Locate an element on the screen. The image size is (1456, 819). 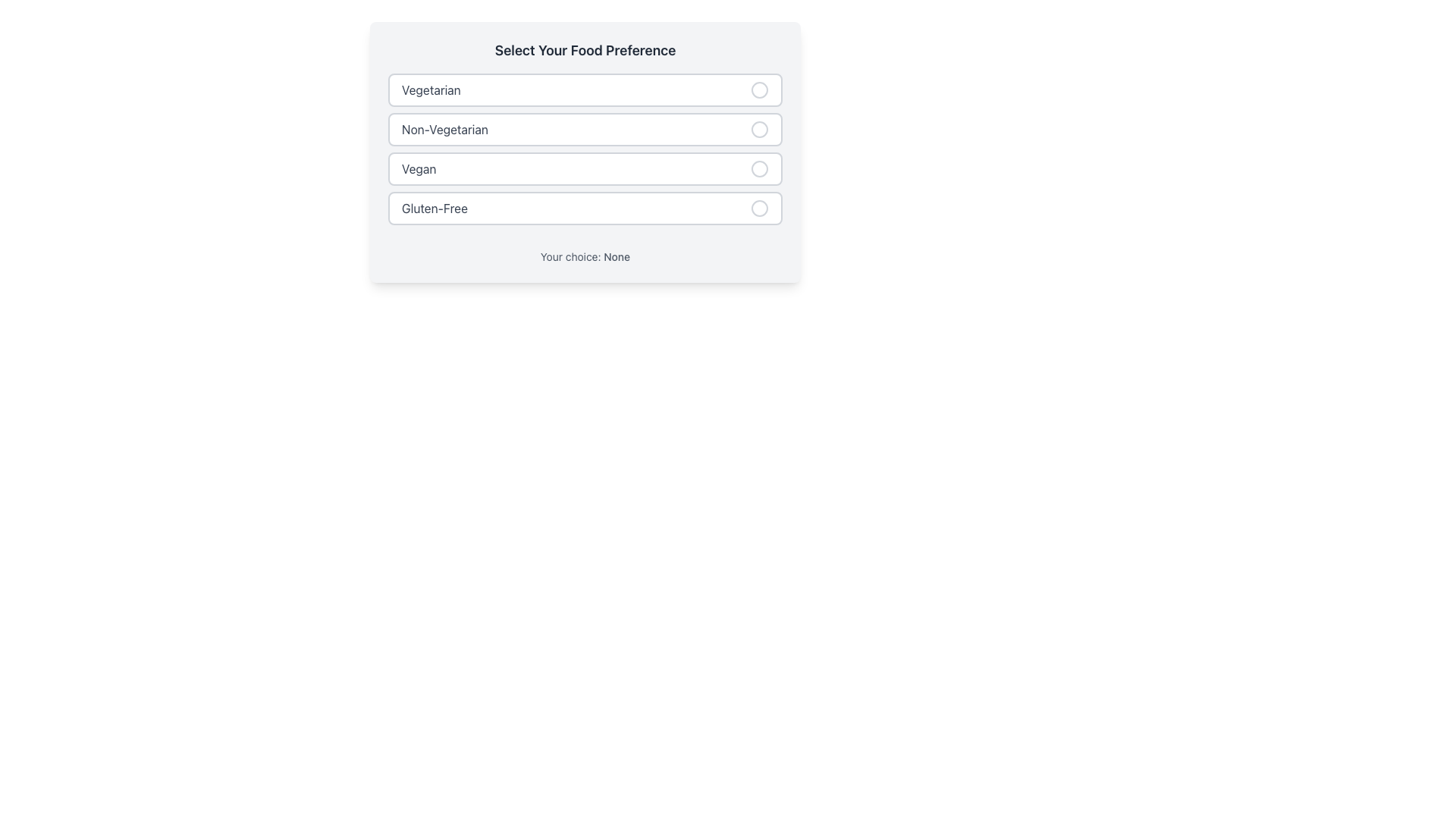
the rightmost radio button labeled 'Vegan' is located at coordinates (760, 169).